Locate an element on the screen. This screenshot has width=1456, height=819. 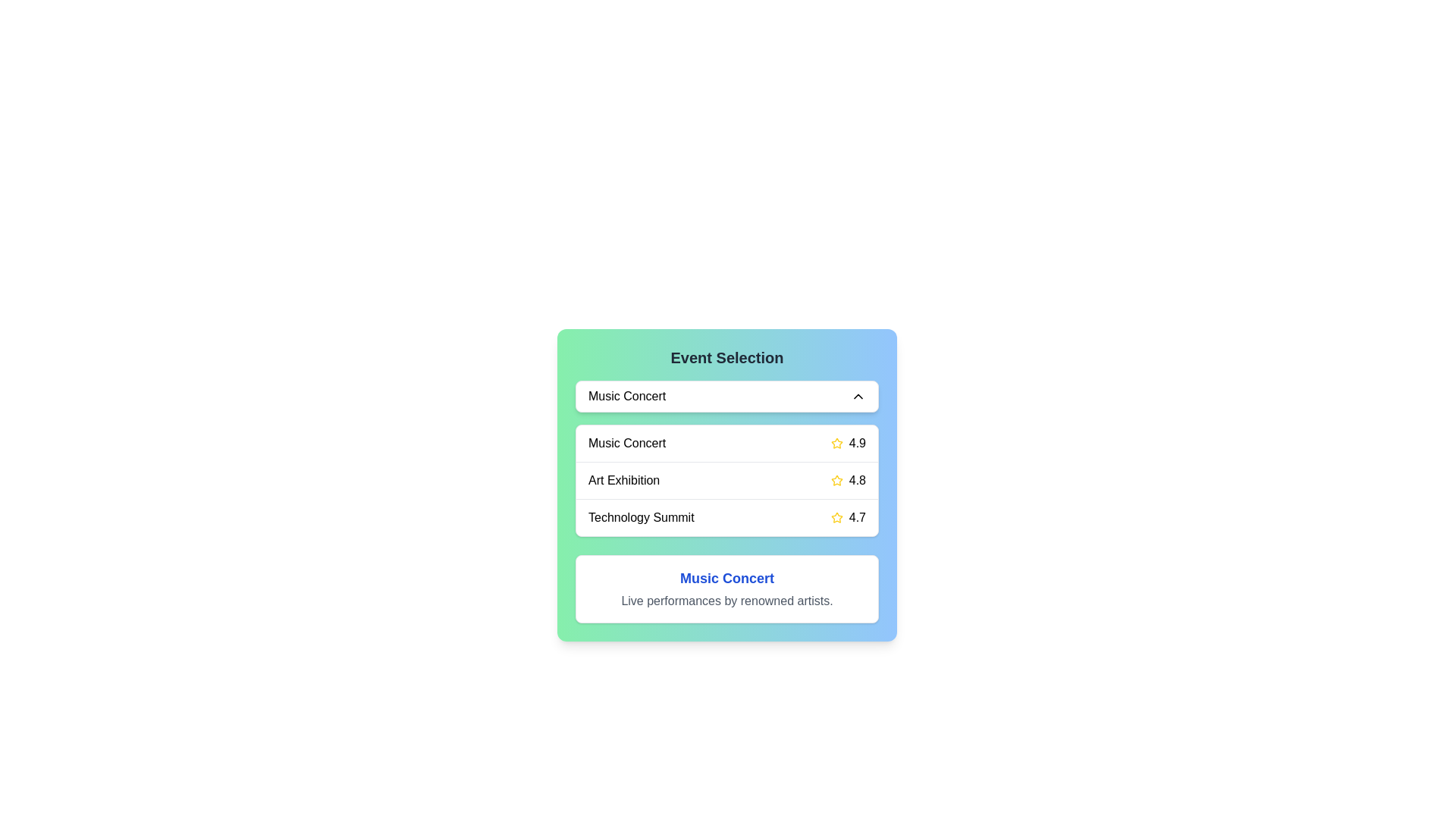
the yellow star icon indicating a rating of '4.7', located in the third row under 'Event Selection' is located at coordinates (836, 516).